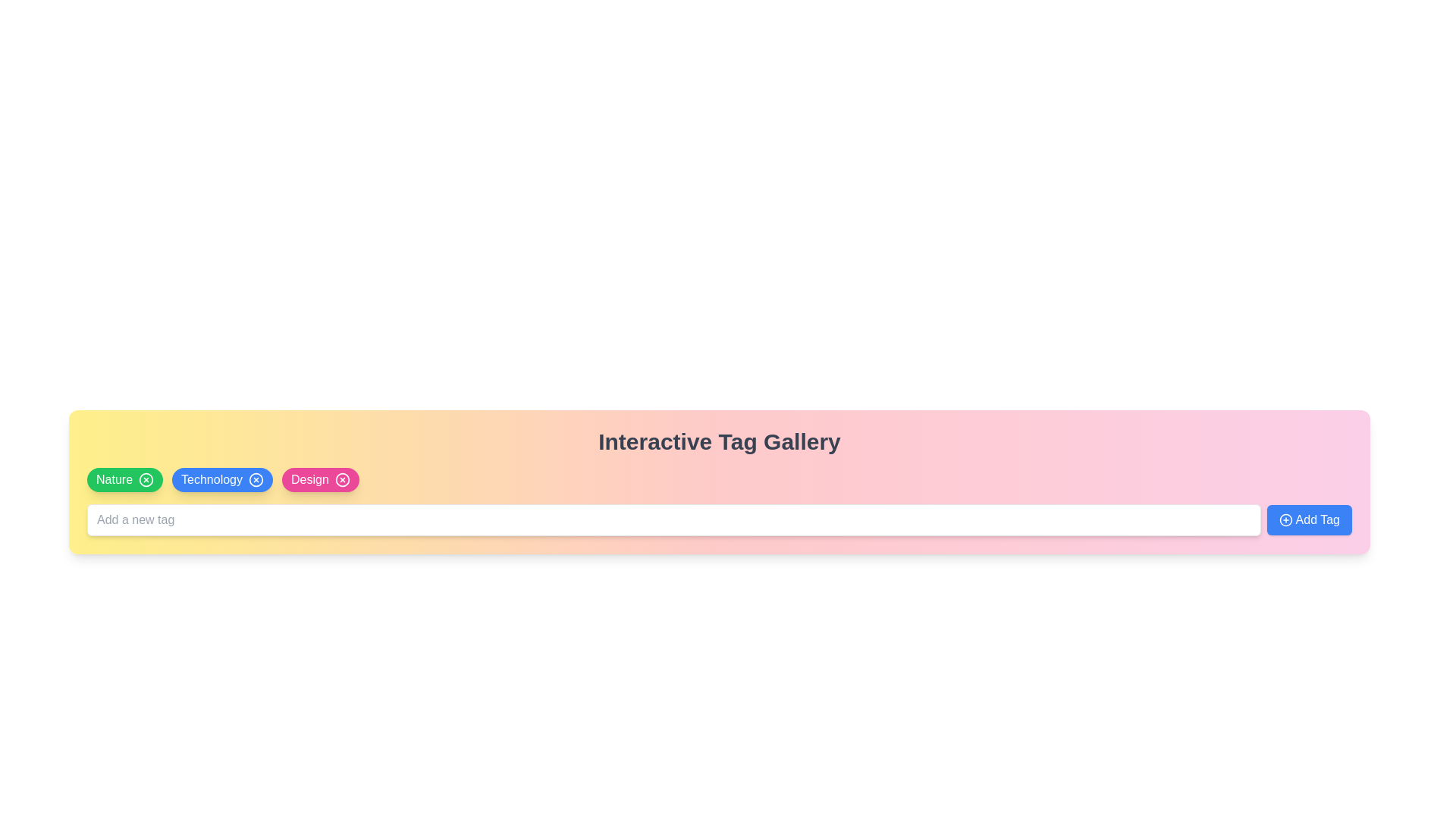 This screenshot has width=1456, height=819. Describe the element at coordinates (146, 479) in the screenshot. I see `the close button located to the right of the 'Nature' tag` at that location.